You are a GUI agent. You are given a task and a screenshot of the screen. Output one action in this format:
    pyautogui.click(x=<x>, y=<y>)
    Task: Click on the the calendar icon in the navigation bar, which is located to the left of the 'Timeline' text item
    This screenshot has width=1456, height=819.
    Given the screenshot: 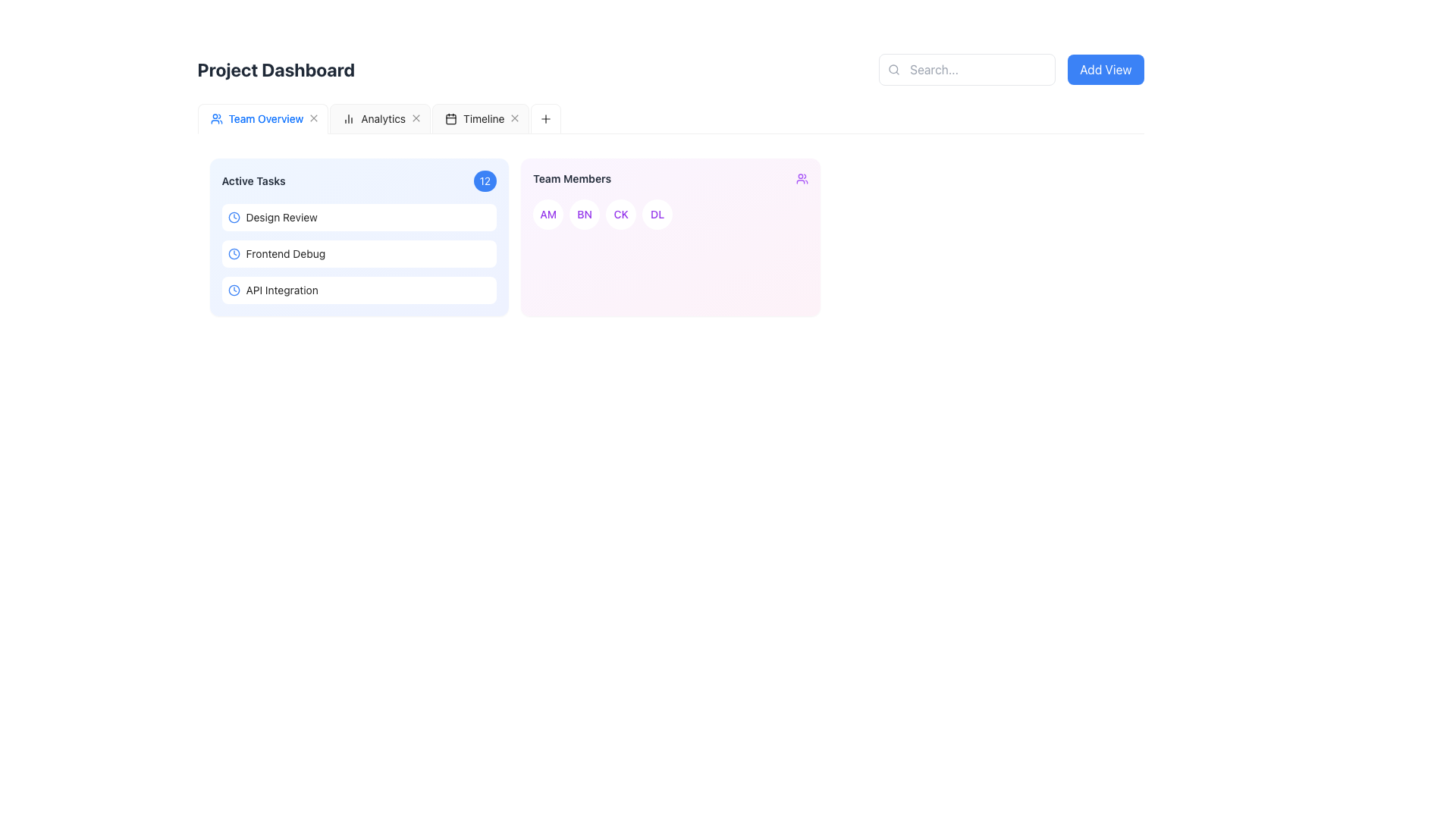 What is the action you would take?
    pyautogui.click(x=450, y=118)
    